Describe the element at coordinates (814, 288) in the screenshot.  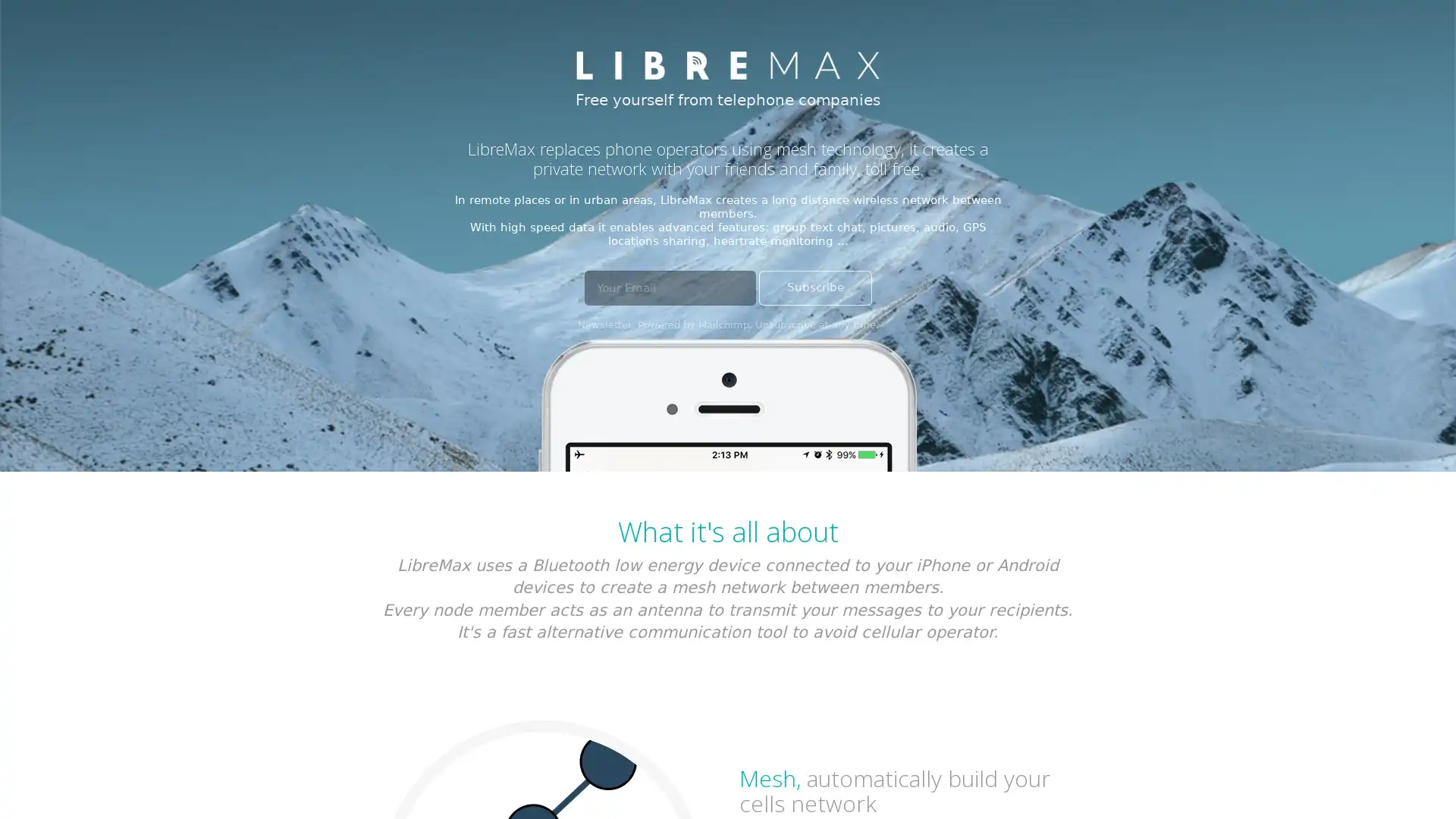
I see `Subscribe` at that location.